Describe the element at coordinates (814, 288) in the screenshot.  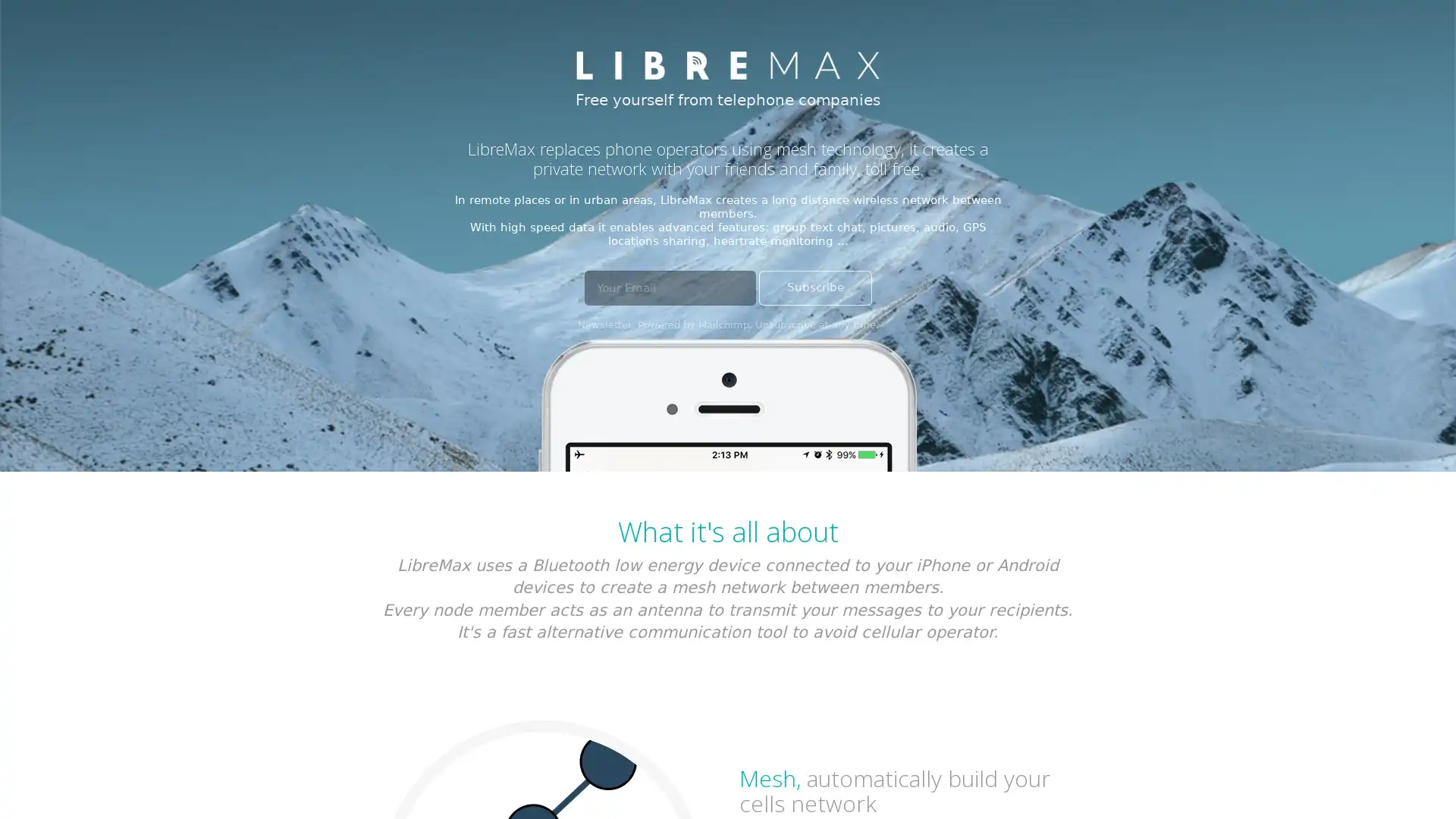
I see `Subscribe` at that location.